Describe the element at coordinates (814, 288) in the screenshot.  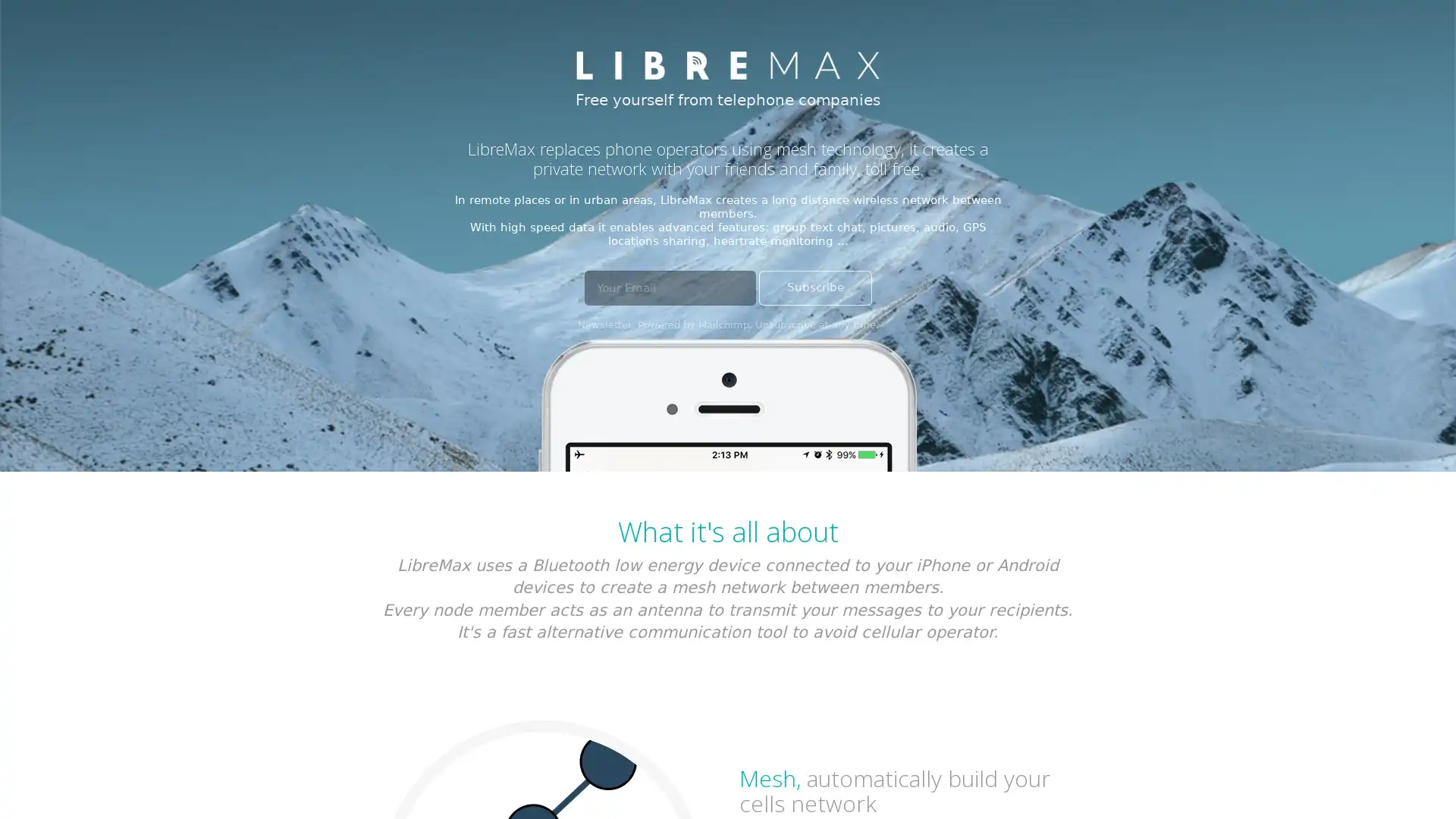
I see `Subscribe` at that location.